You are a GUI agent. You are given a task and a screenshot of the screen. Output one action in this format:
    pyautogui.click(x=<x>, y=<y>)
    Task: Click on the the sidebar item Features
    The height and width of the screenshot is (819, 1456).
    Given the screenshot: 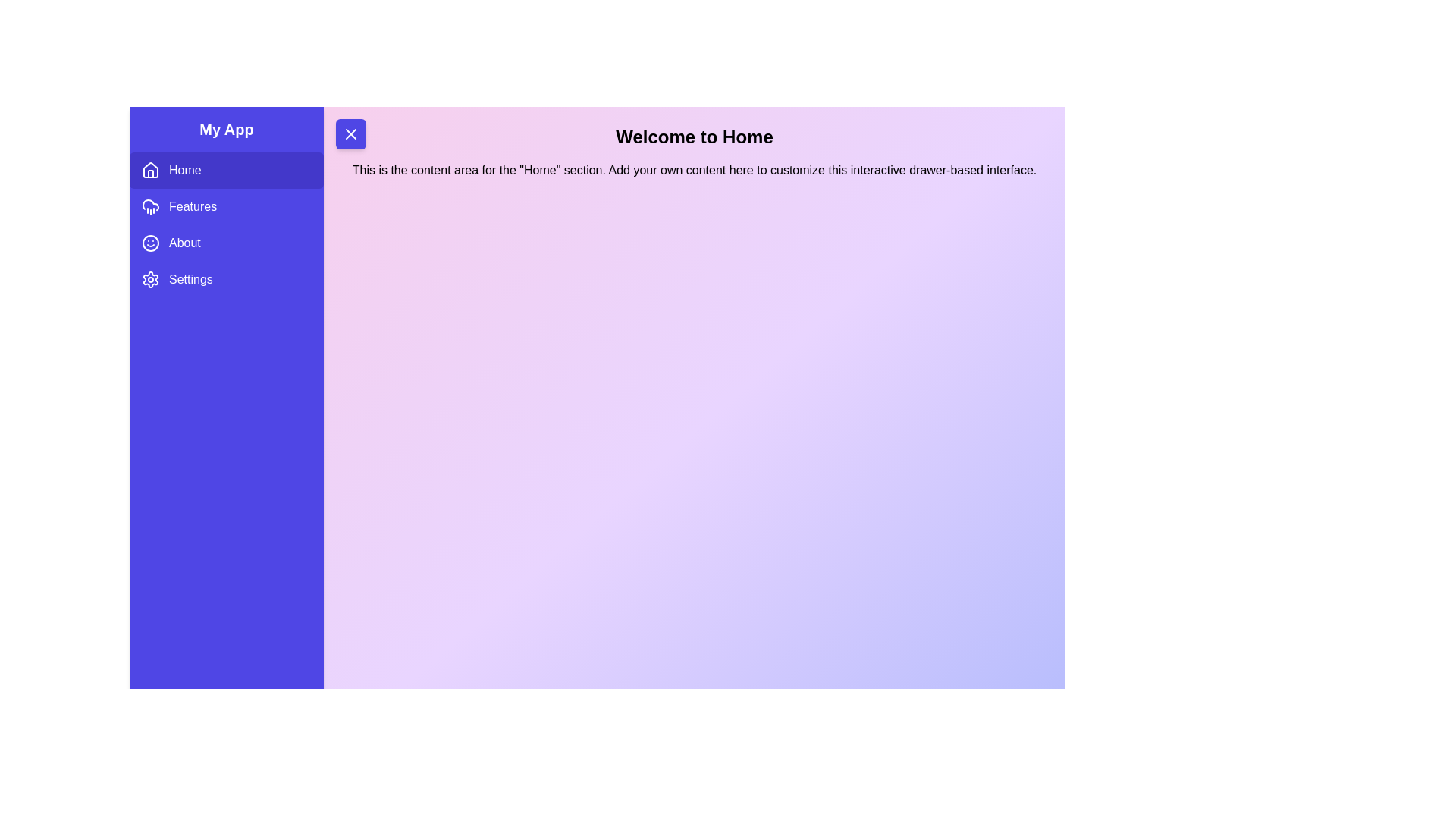 What is the action you would take?
    pyautogui.click(x=225, y=207)
    